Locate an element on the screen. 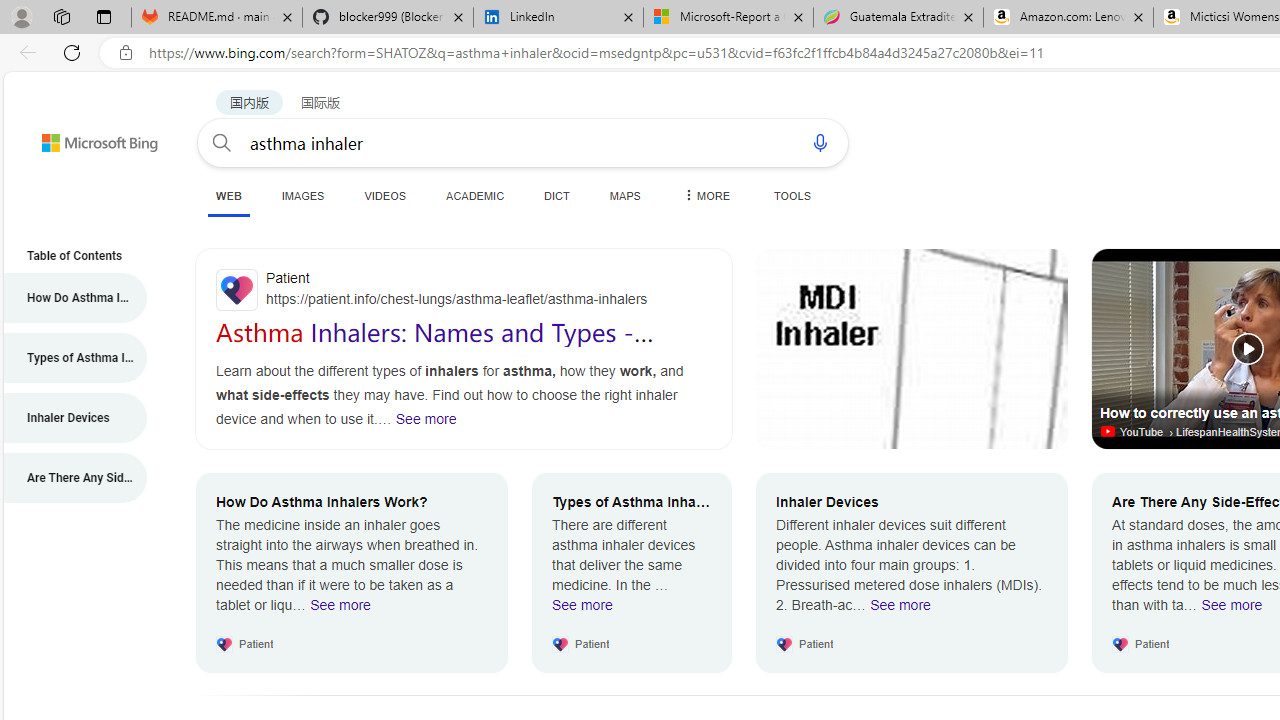 Image resolution: width=1280 pixels, height=720 pixels. 'WEB' is located at coordinates (228, 197).